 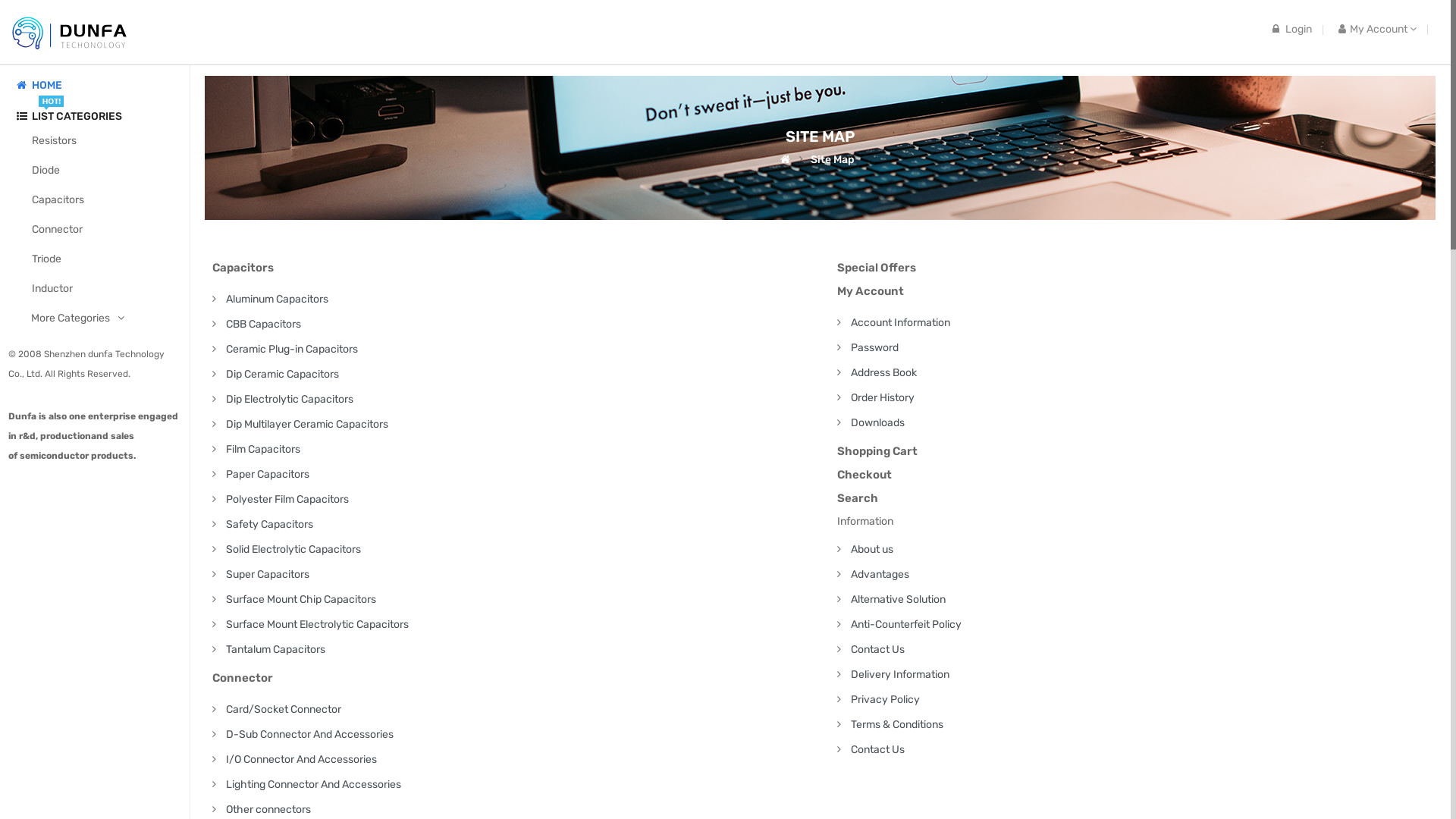 What do you see at coordinates (277, 299) in the screenshot?
I see `'Aluminum Capacitors'` at bounding box center [277, 299].